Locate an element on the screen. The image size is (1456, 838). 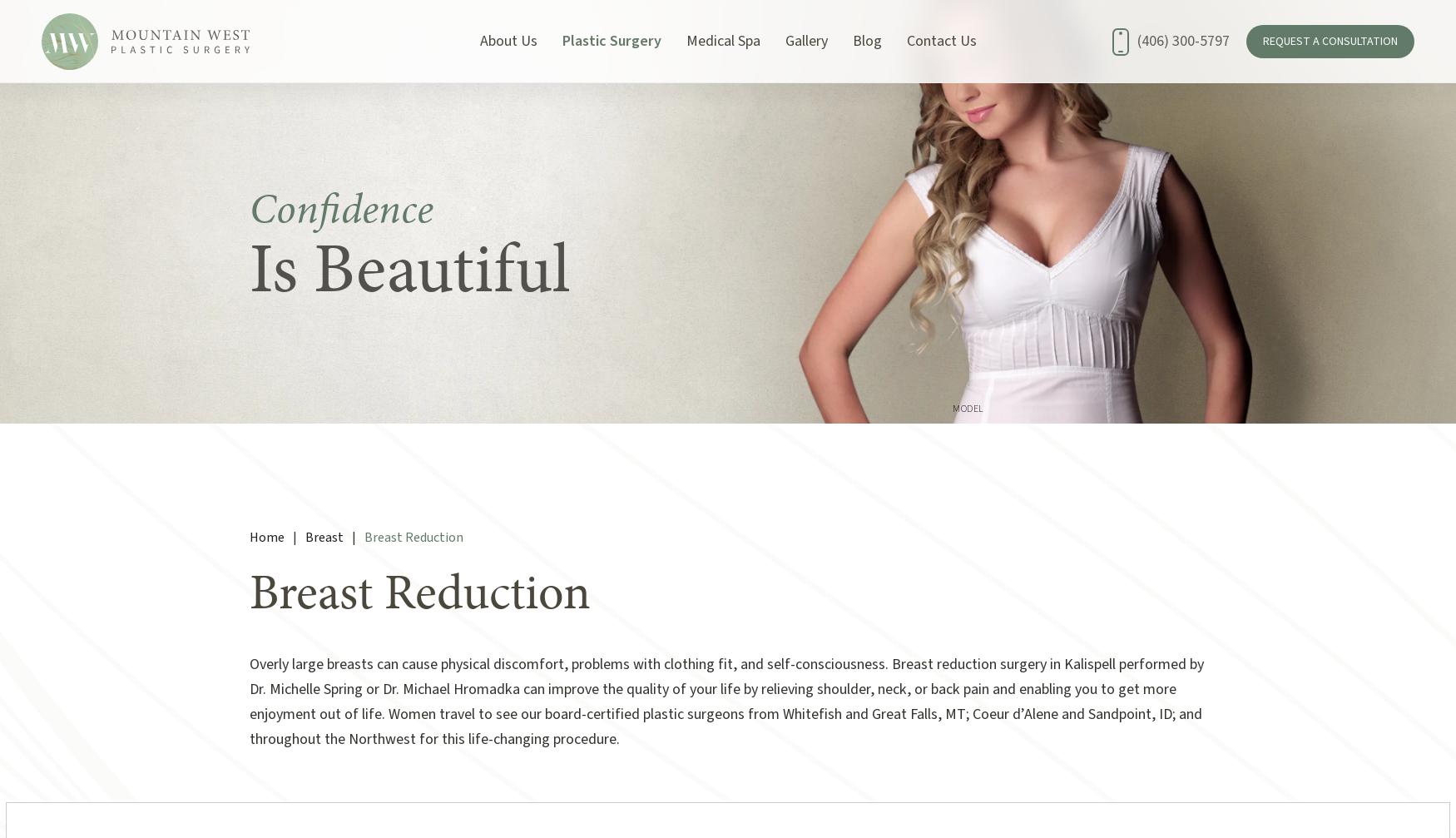
'Confidence' is located at coordinates (340, 208).